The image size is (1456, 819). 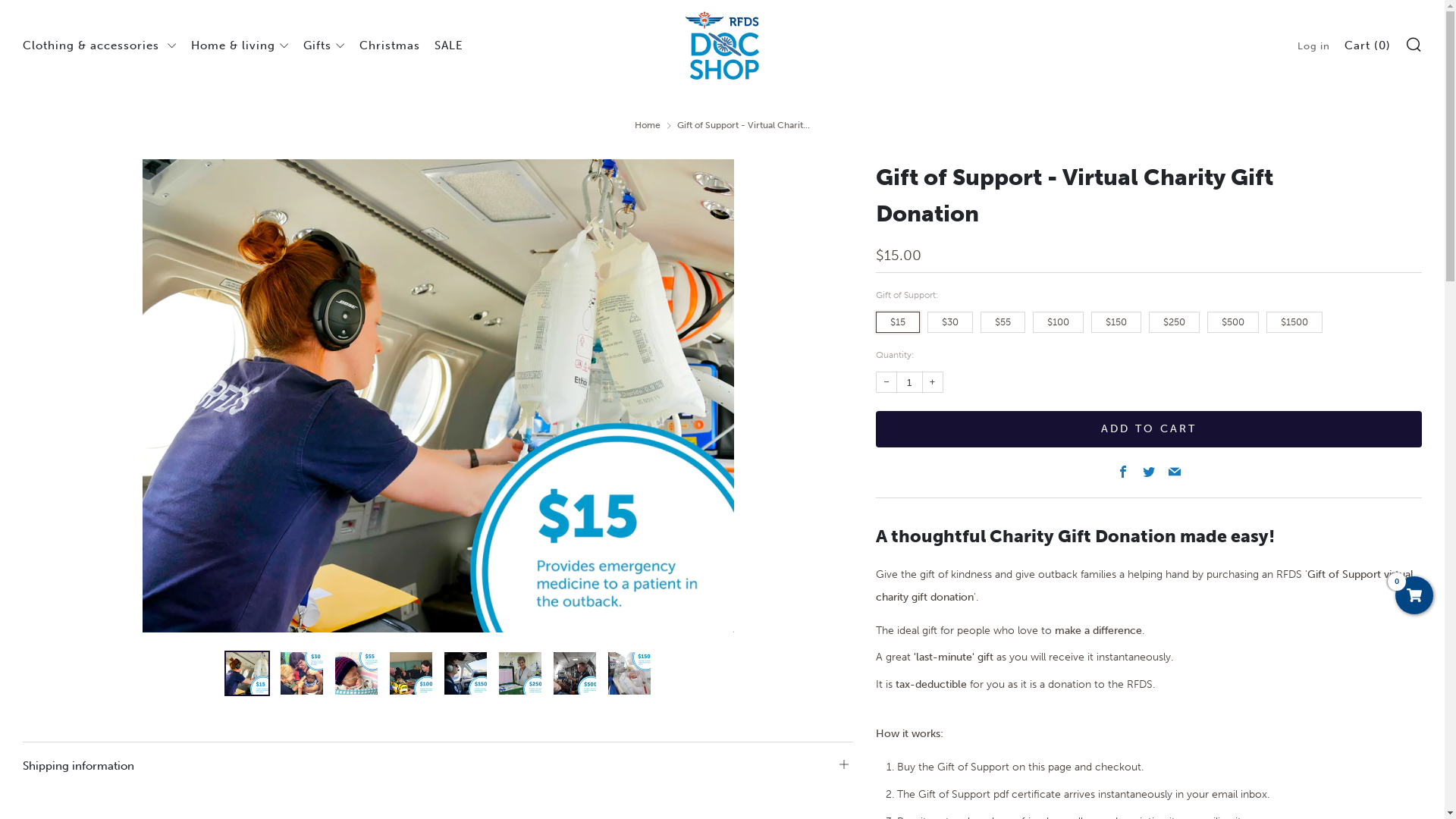 I want to click on 'SALE', so click(x=447, y=45).